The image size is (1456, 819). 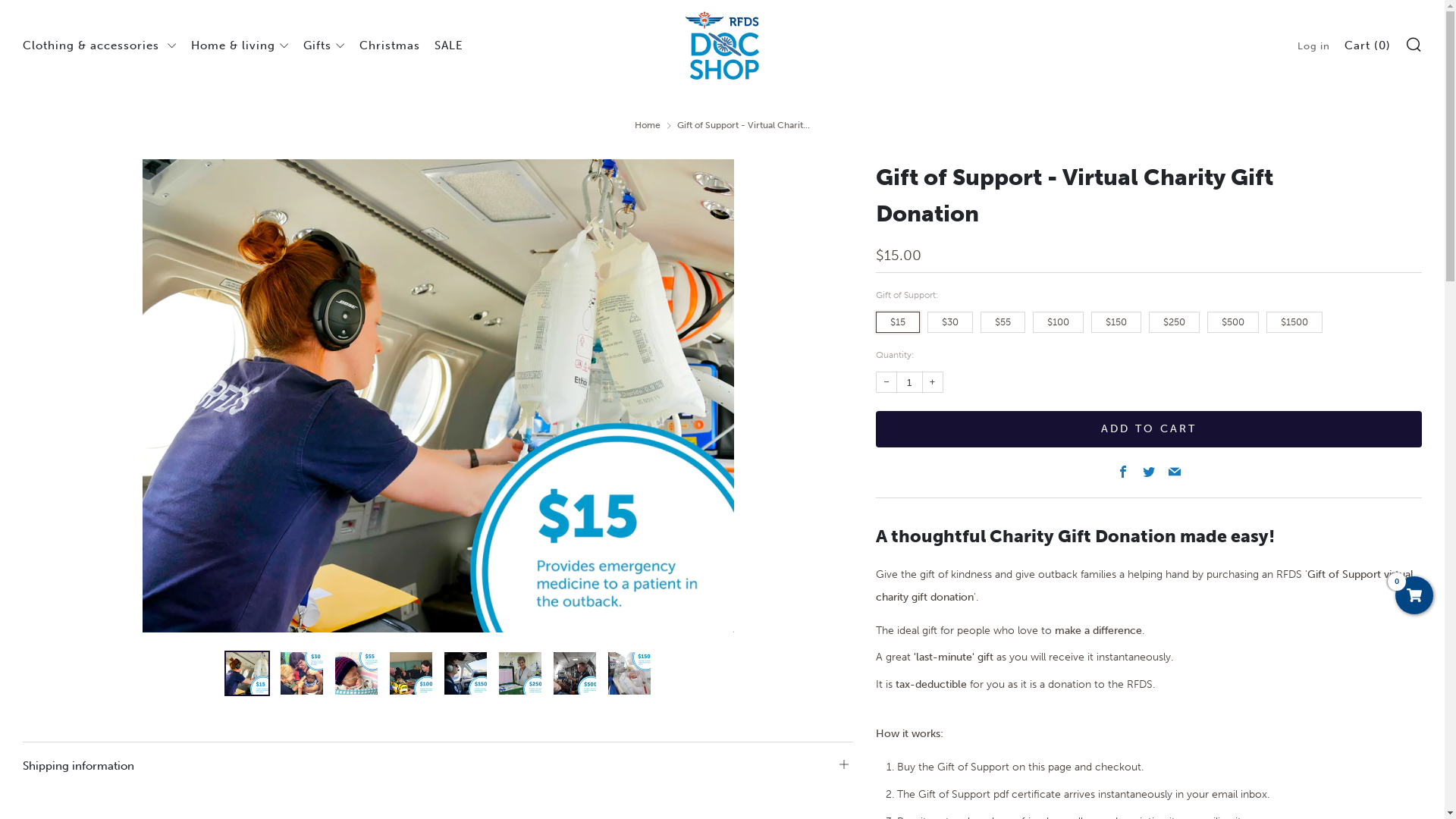 I want to click on 'SALE', so click(x=447, y=45).